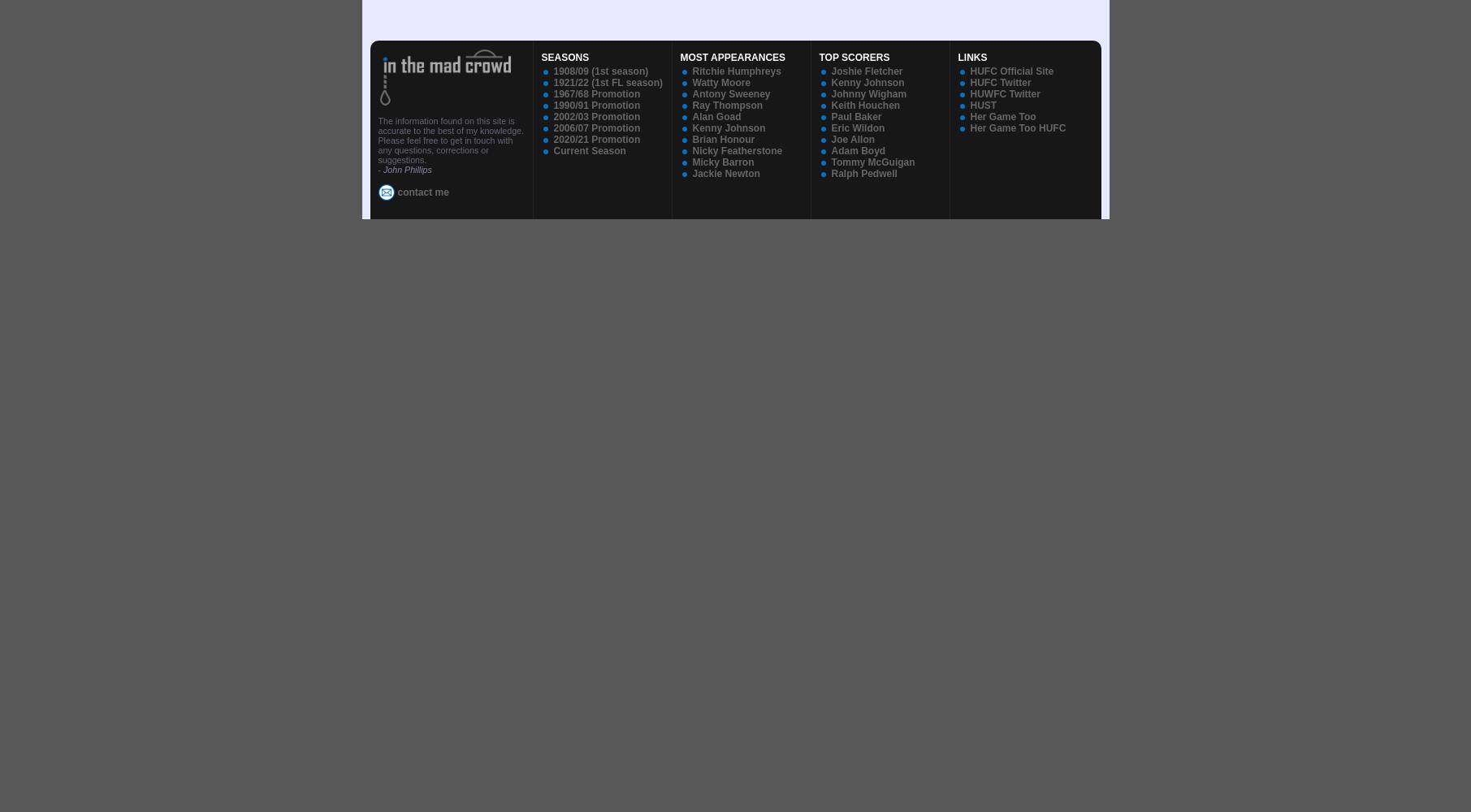 The width and height of the screenshot is (1471, 812). Describe the element at coordinates (552, 117) in the screenshot. I see `'2002/03 Promotion'` at that location.